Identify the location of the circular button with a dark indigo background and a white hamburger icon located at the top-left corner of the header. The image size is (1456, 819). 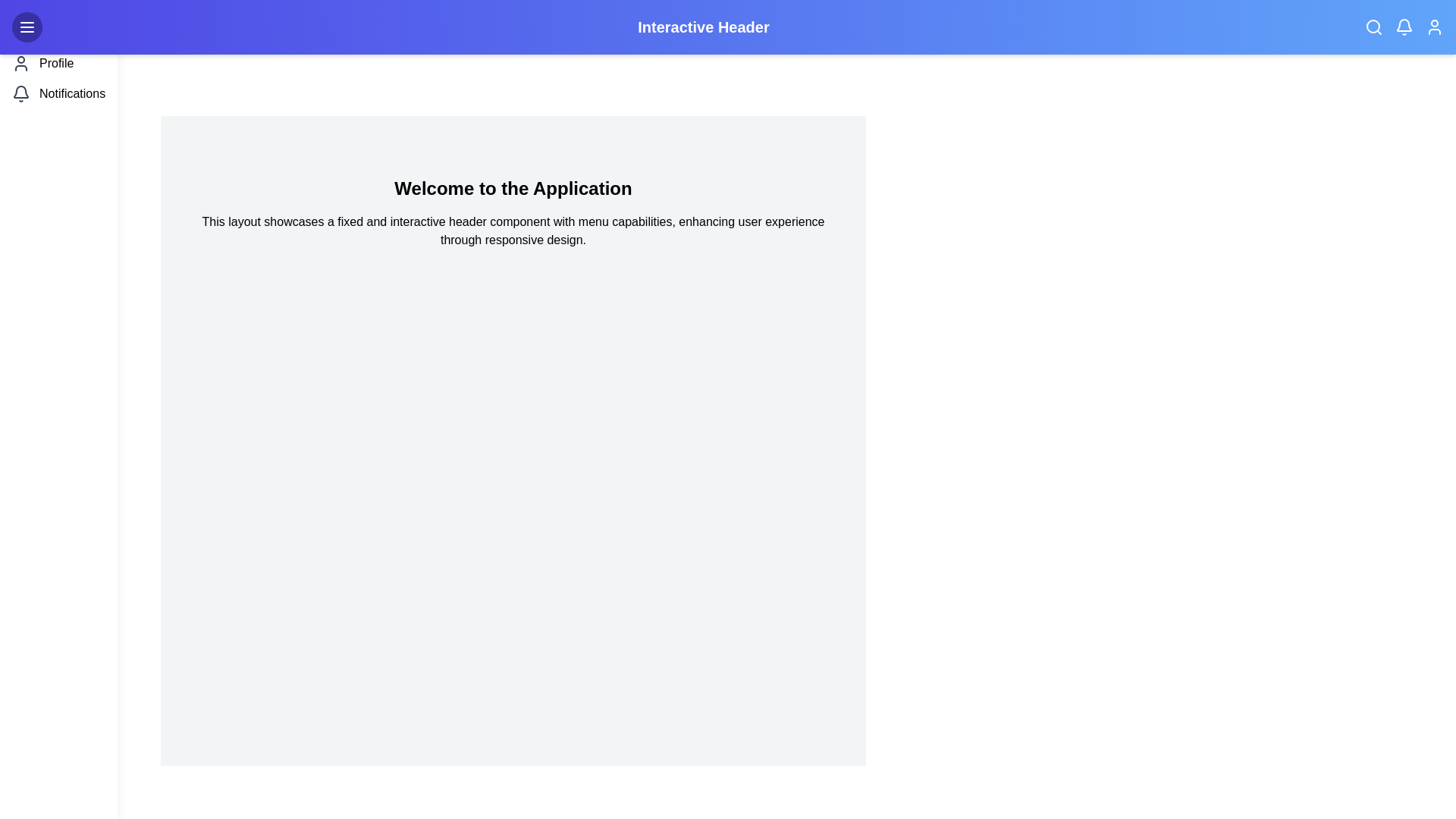
(27, 27).